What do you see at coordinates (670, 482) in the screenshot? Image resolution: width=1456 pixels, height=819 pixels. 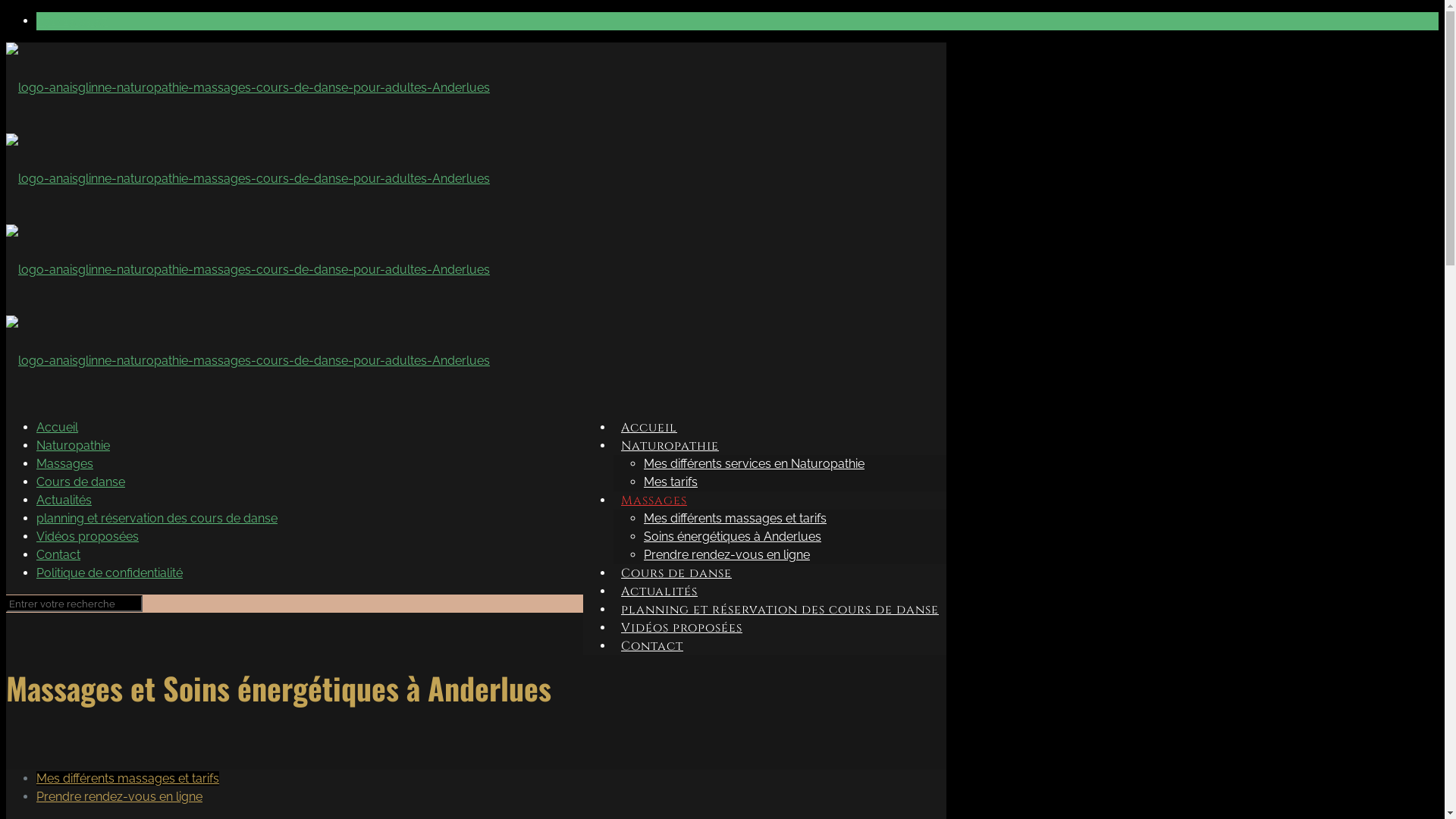 I see `'Mes tarifs'` at bounding box center [670, 482].